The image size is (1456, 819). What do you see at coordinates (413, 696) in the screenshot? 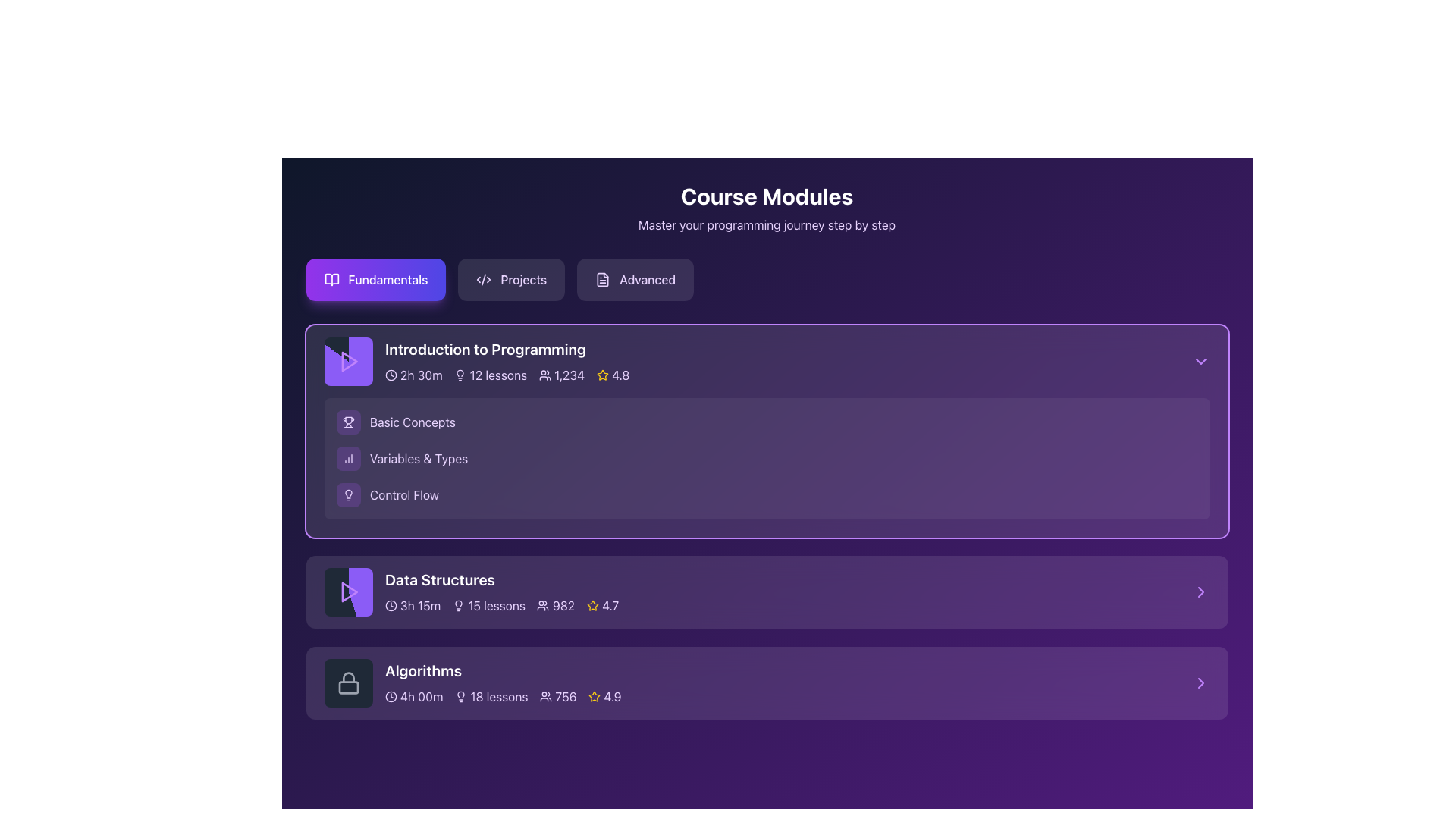
I see `the Duration display located in the 'Algorithms' section, which shows the total time duration for the course` at bounding box center [413, 696].